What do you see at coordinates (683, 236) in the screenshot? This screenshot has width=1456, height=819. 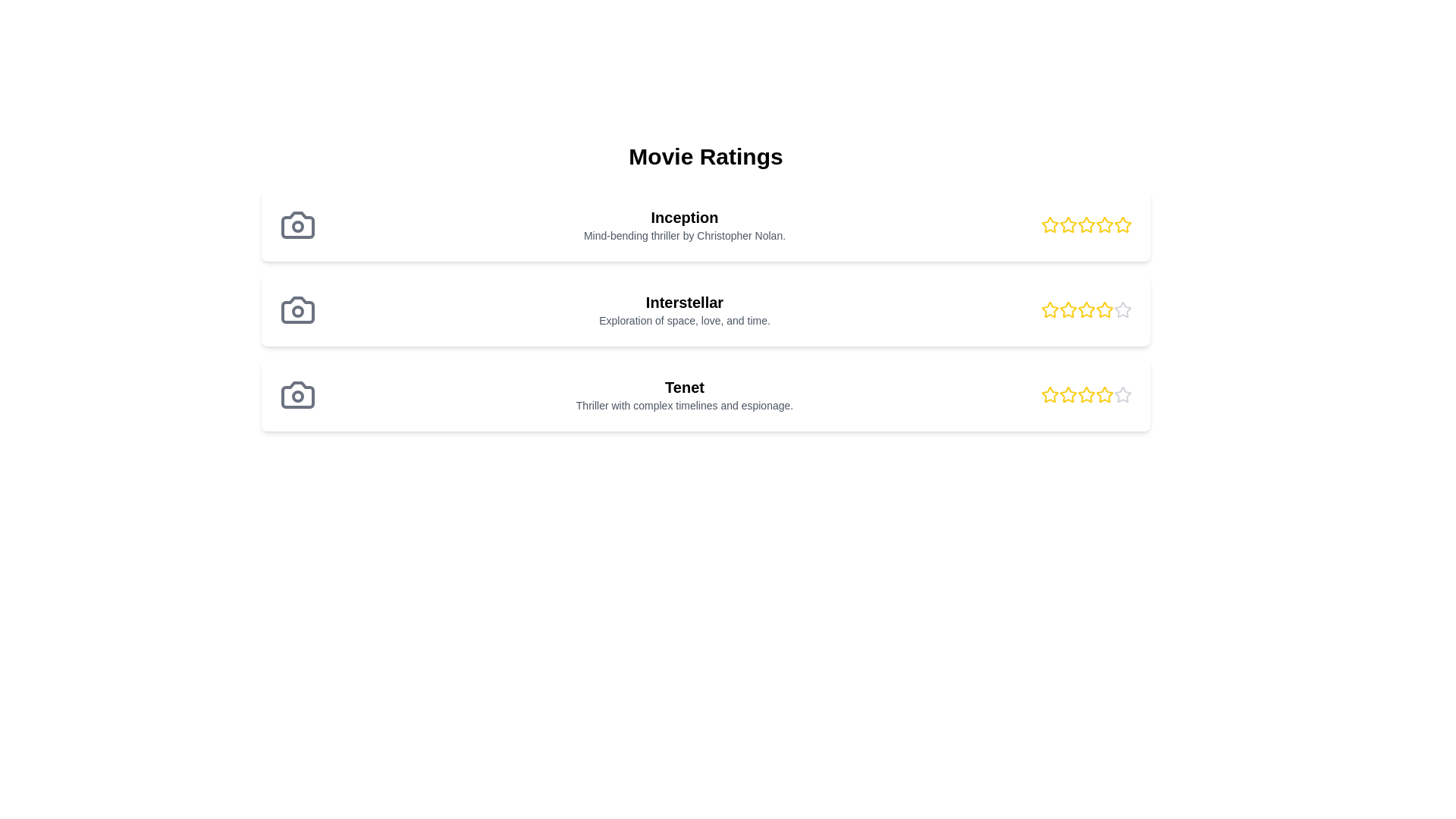 I see `descriptive text labeled 'Mind-bending thriller by Christopher Nolan.' located below the title 'Inception' in the Movie Ratings section` at bounding box center [683, 236].